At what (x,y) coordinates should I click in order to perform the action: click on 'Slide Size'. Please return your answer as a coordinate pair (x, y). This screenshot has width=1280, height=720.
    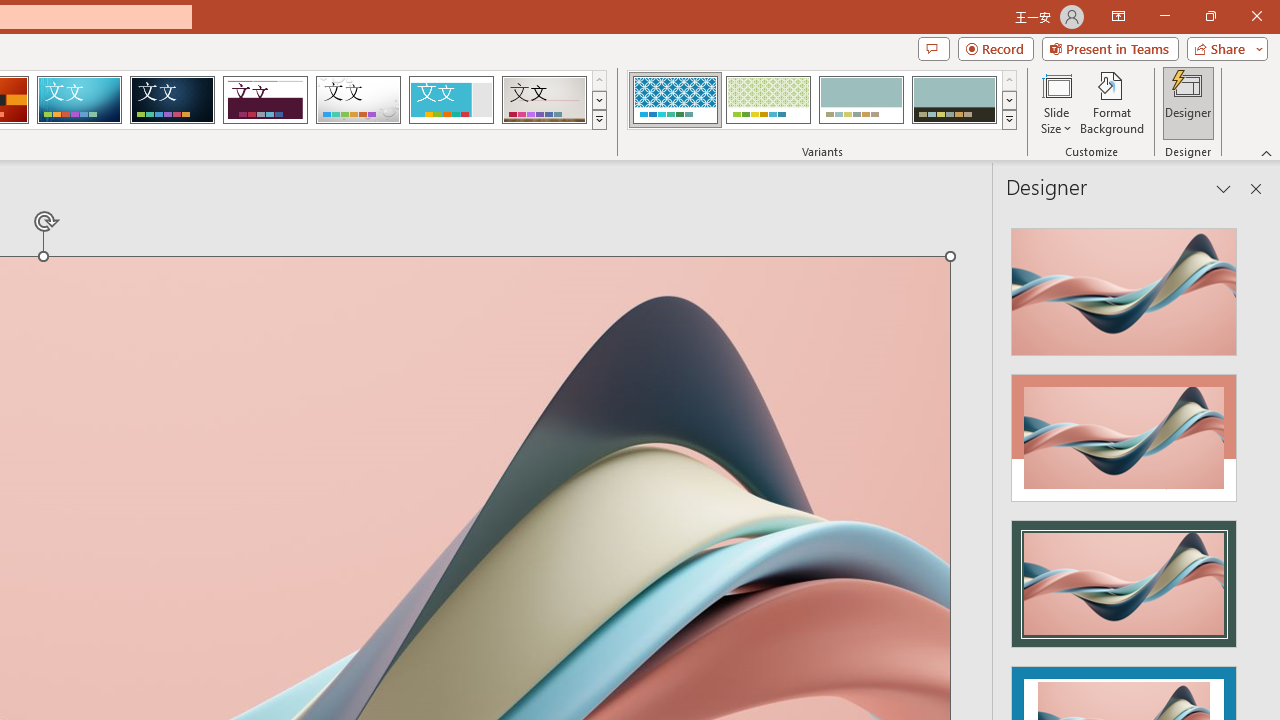
    Looking at the image, I should click on (1055, 103).